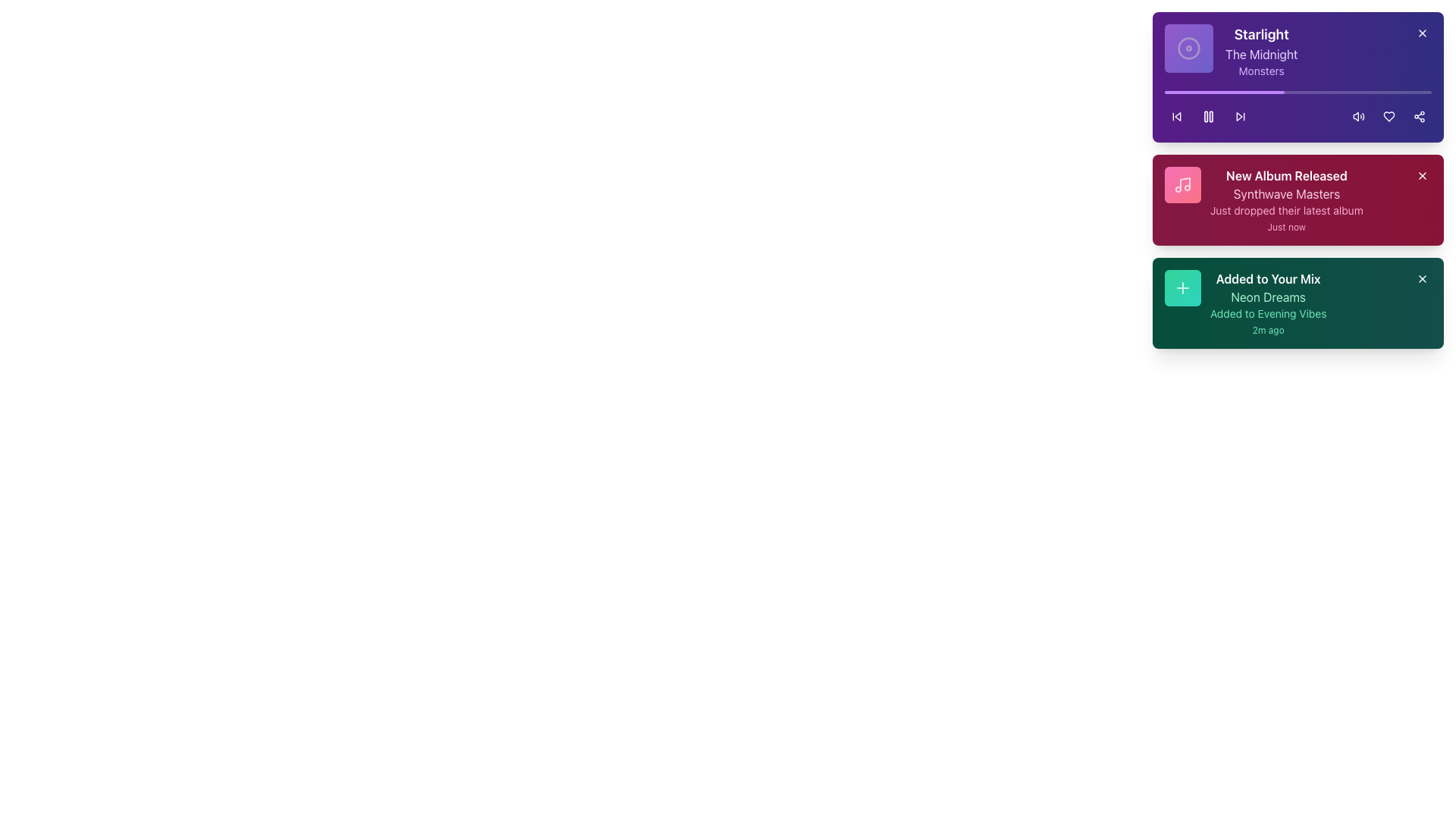  What do you see at coordinates (1298, 116) in the screenshot?
I see `the Playback control bar` at bounding box center [1298, 116].